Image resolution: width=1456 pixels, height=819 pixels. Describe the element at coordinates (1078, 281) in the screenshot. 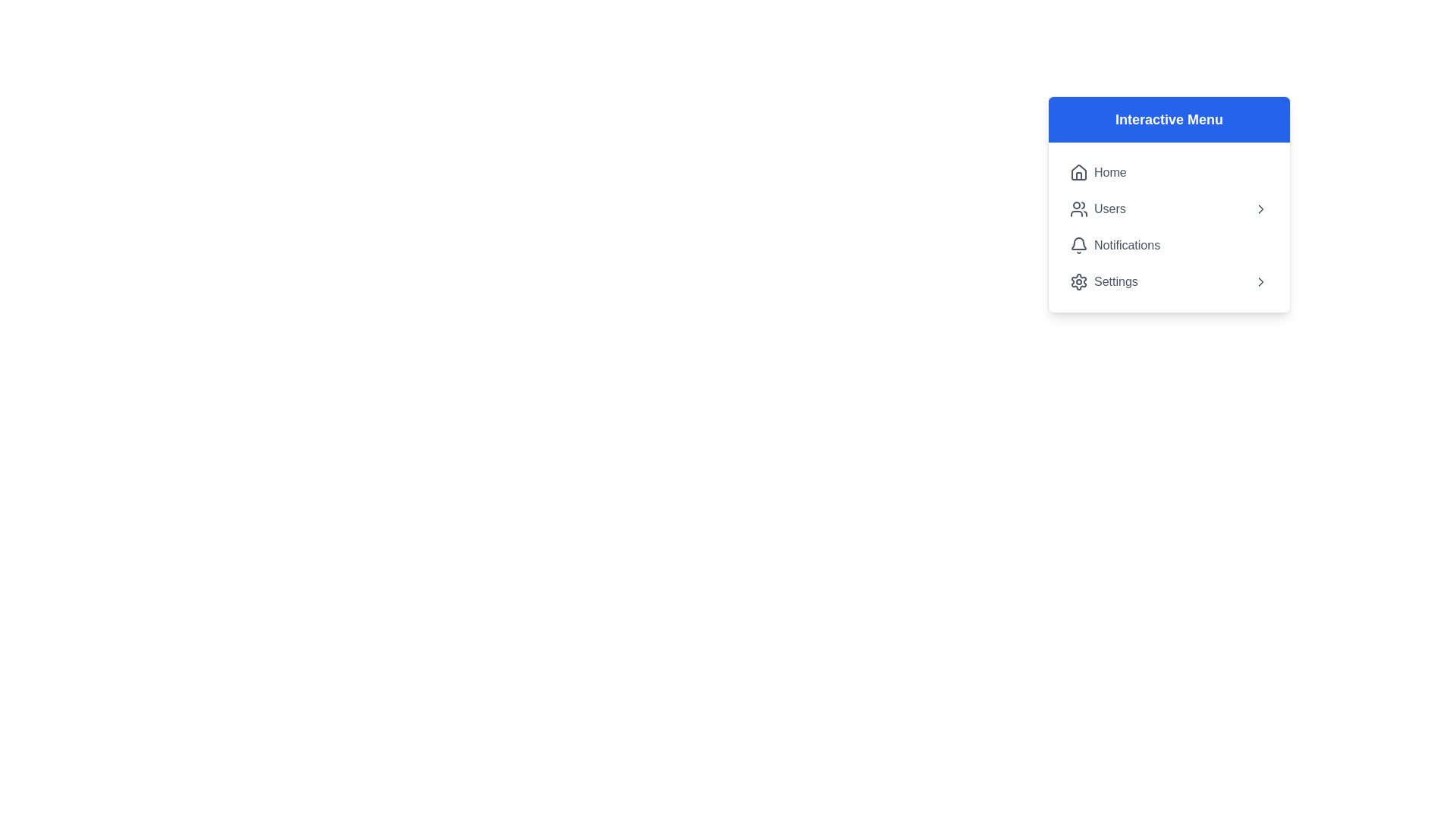

I see `the gear icon, which is a circular and cog-like shape representing settings, located to the left of the 'Settings' text item` at that location.